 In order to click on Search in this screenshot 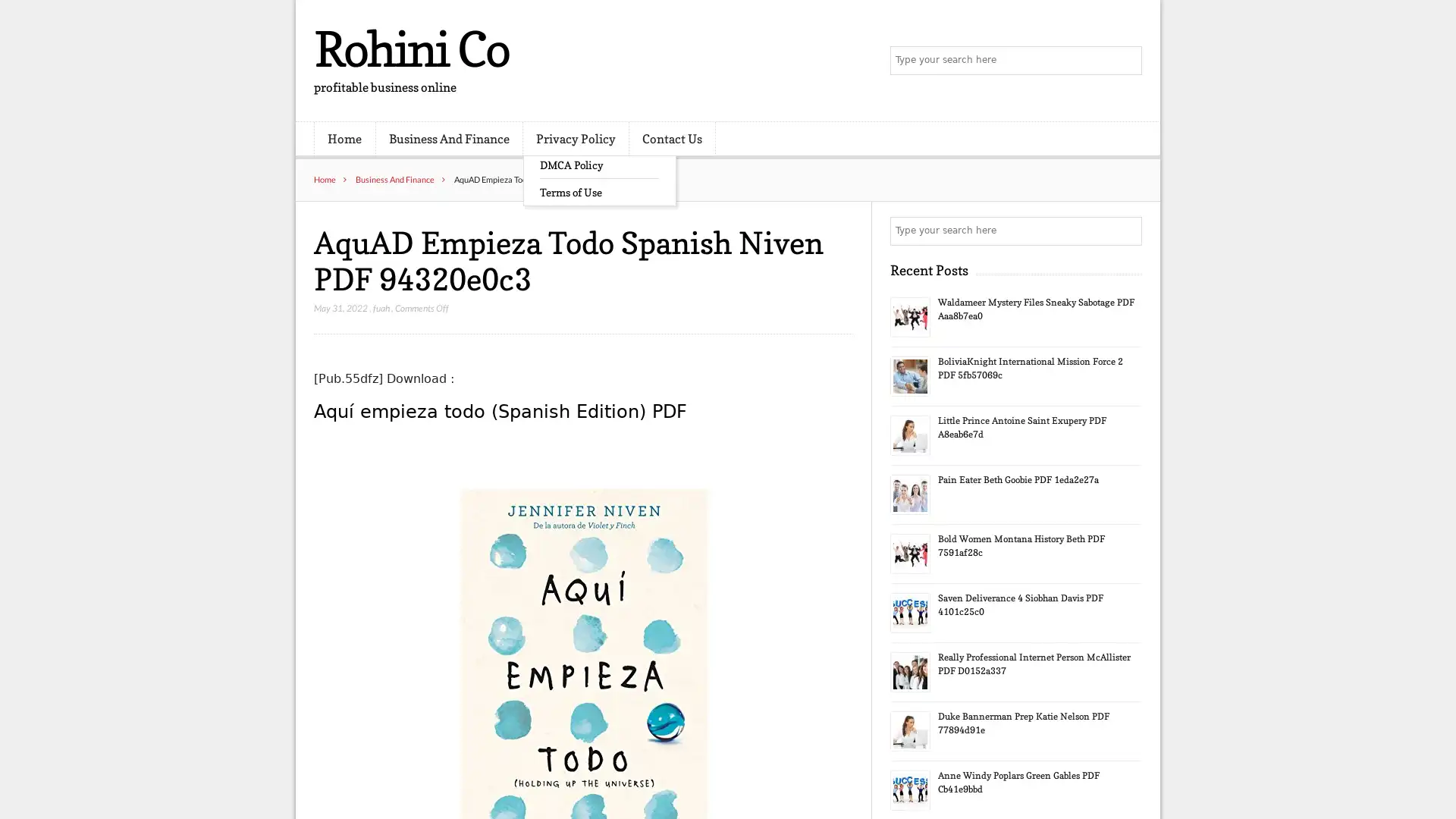, I will do `click(1126, 61)`.